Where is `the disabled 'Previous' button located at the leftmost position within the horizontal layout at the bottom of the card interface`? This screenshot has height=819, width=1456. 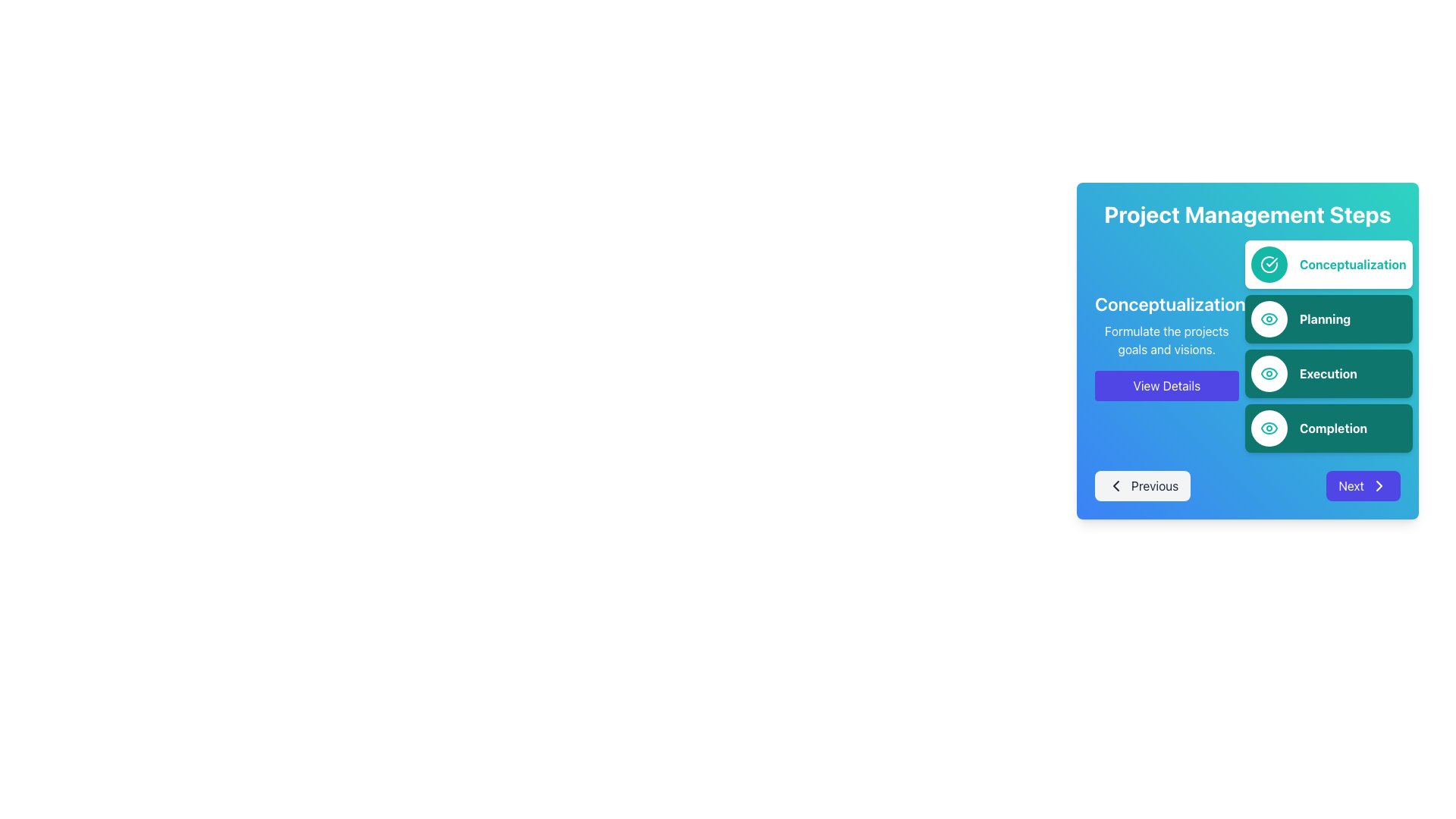 the disabled 'Previous' button located at the leftmost position within the horizontal layout at the bottom of the card interface is located at coordinates (1143, 485).